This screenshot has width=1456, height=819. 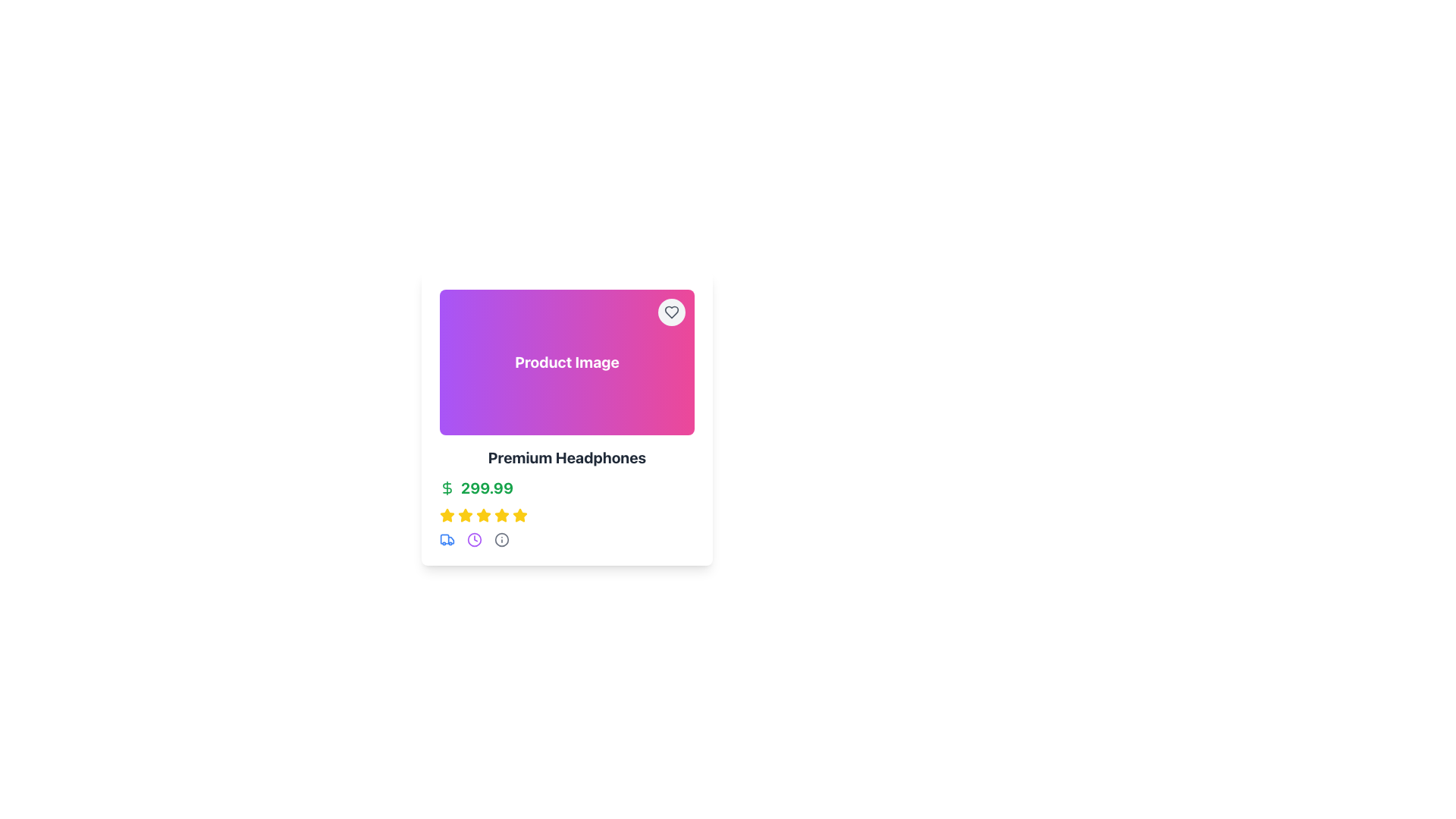 I want to click on the fourth yellow star-shaped rating icon in the row below 'Premium Headphones' and '$299.99', so click(x=502, y=514).